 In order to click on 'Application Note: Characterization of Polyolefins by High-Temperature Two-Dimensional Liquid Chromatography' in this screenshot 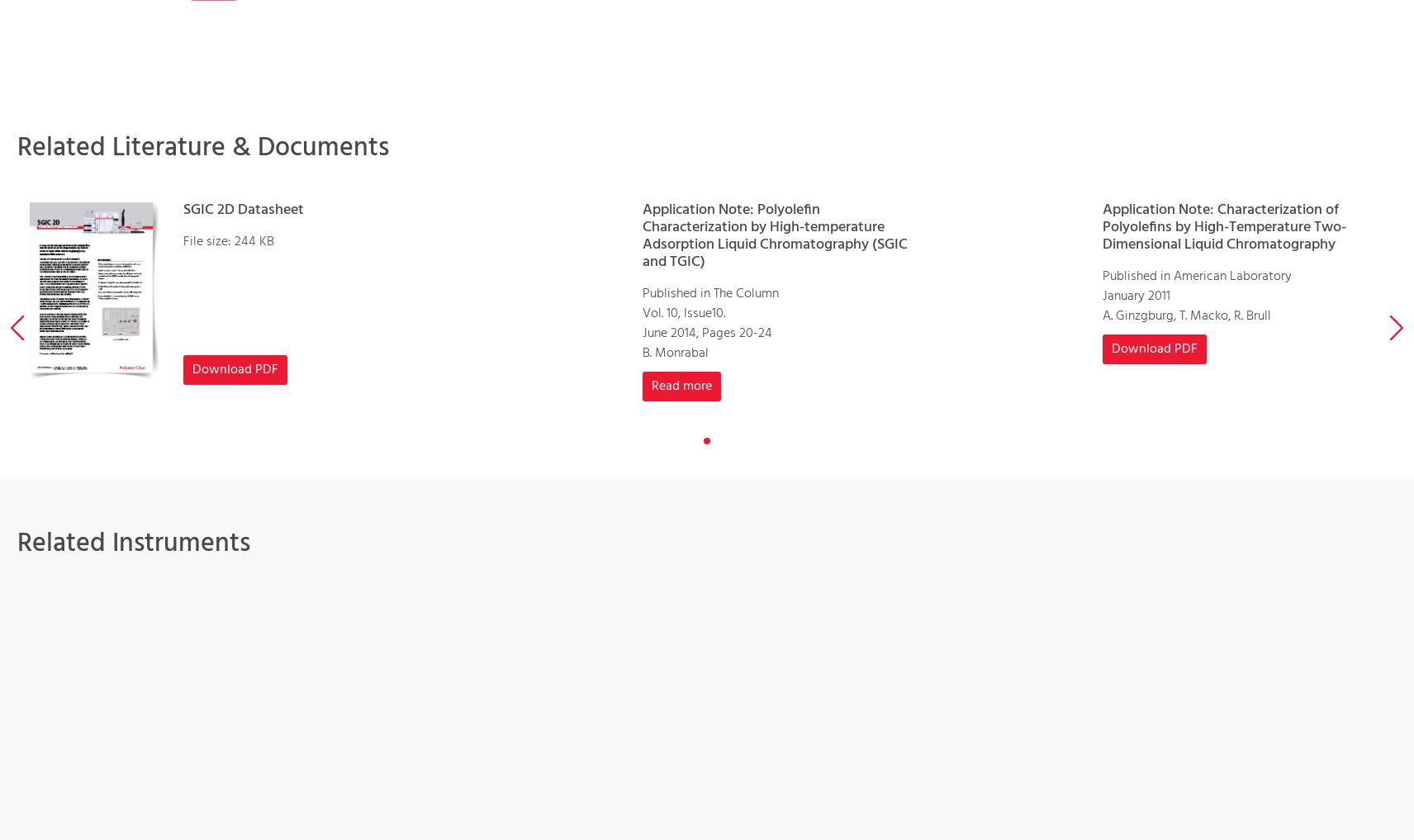, I will do `click(1222, 225)`.